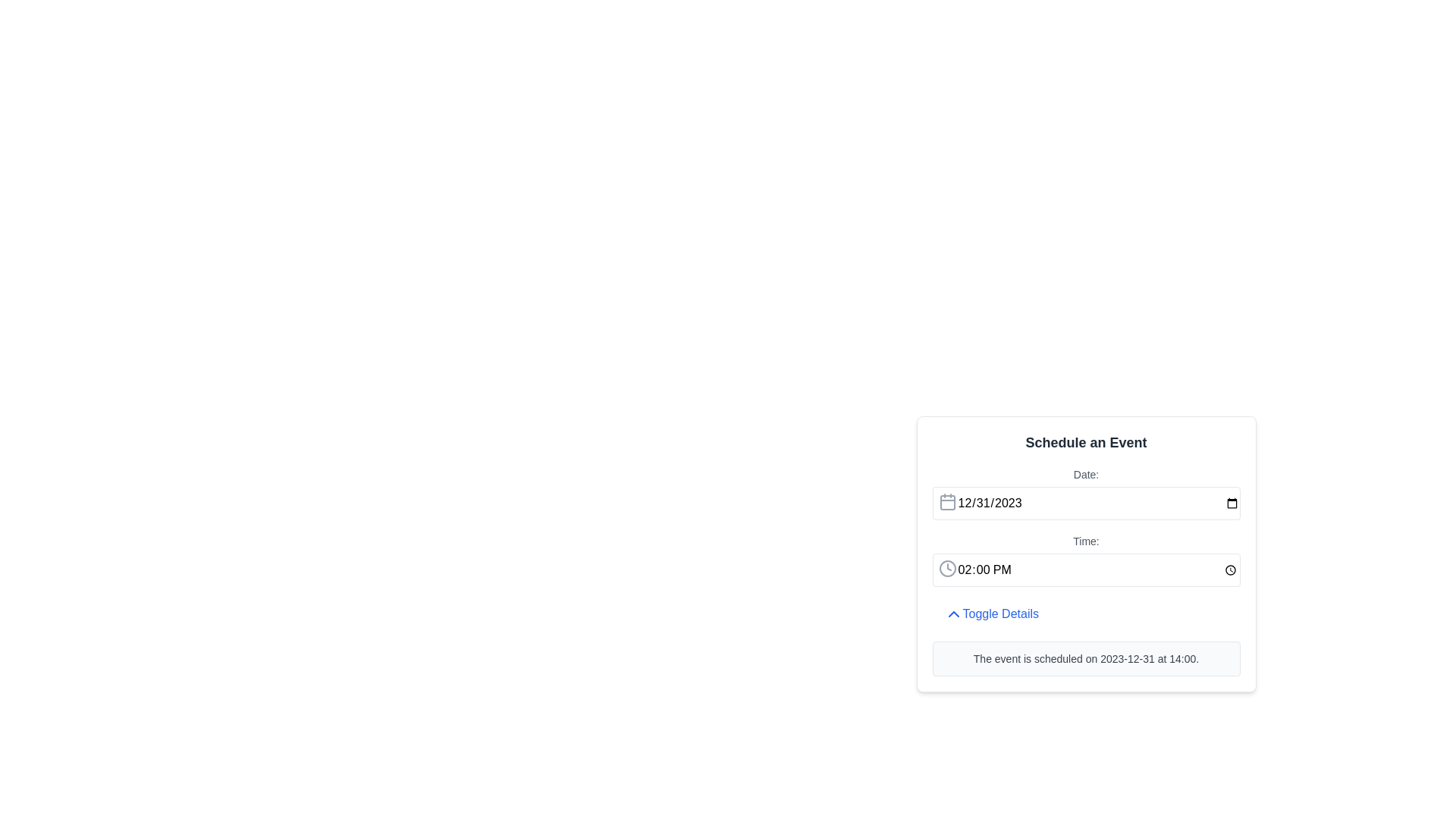 This screenshot has width=1456, height=819. Describe the element at coordinates (1085, 540) in the screenshot. I see `the label displaying 'Time:' which is styled in gray and positioned beneath the 'Date:' section within the 'Schedule an Event' panel` at that location.